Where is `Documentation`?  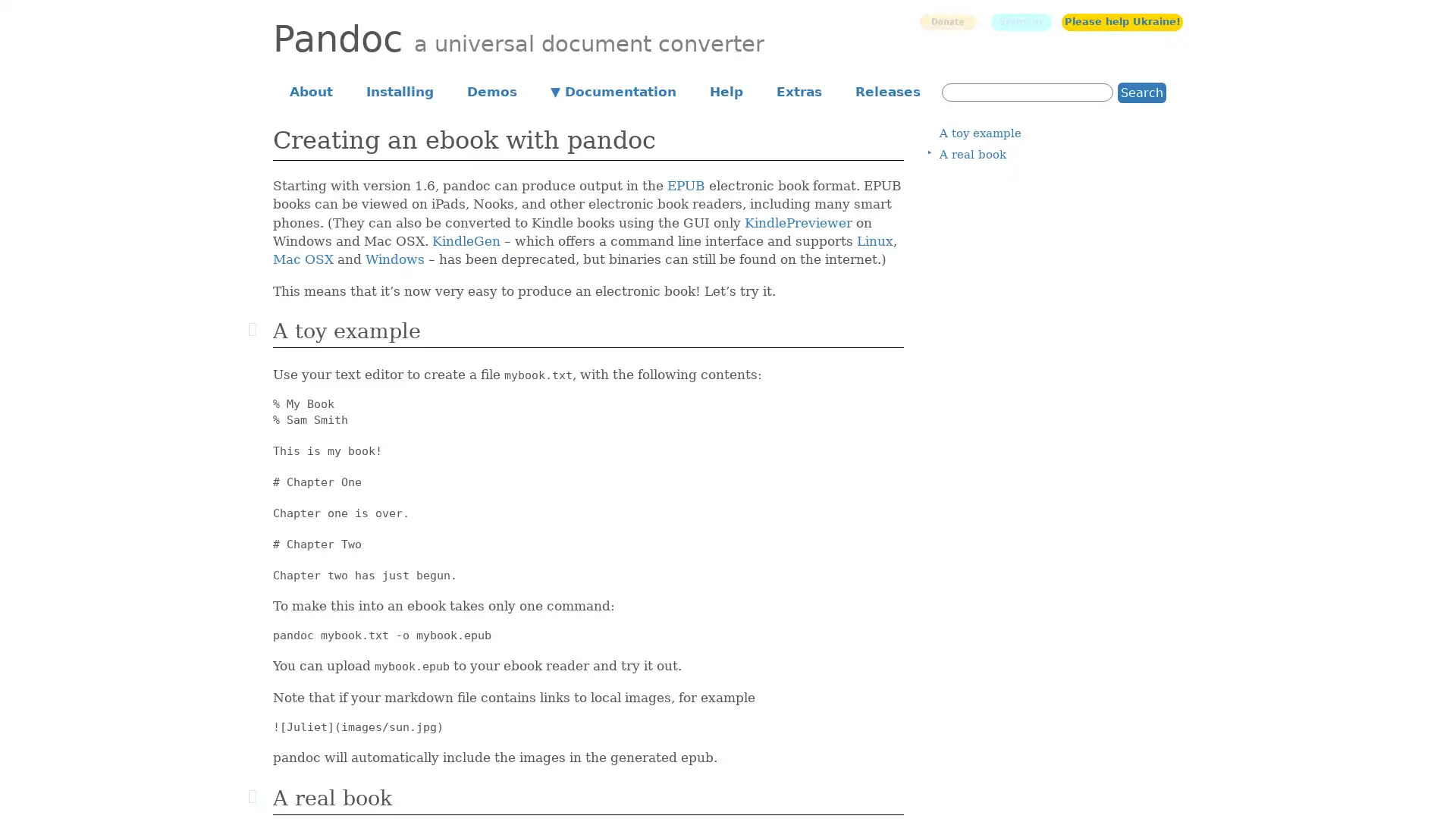
Documentation is located at coordinates (613, 90).